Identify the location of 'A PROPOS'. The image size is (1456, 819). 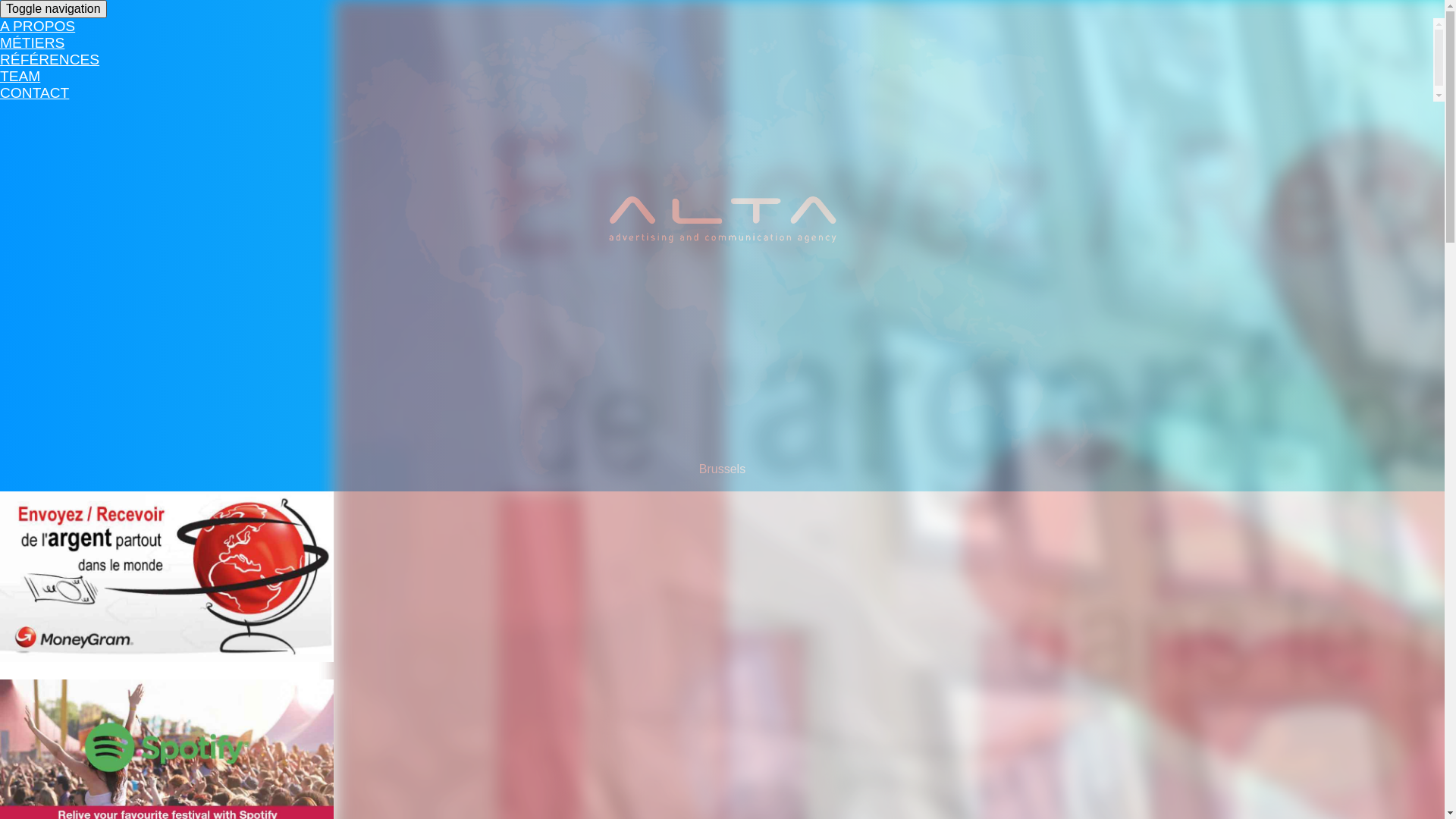
(37, 30).